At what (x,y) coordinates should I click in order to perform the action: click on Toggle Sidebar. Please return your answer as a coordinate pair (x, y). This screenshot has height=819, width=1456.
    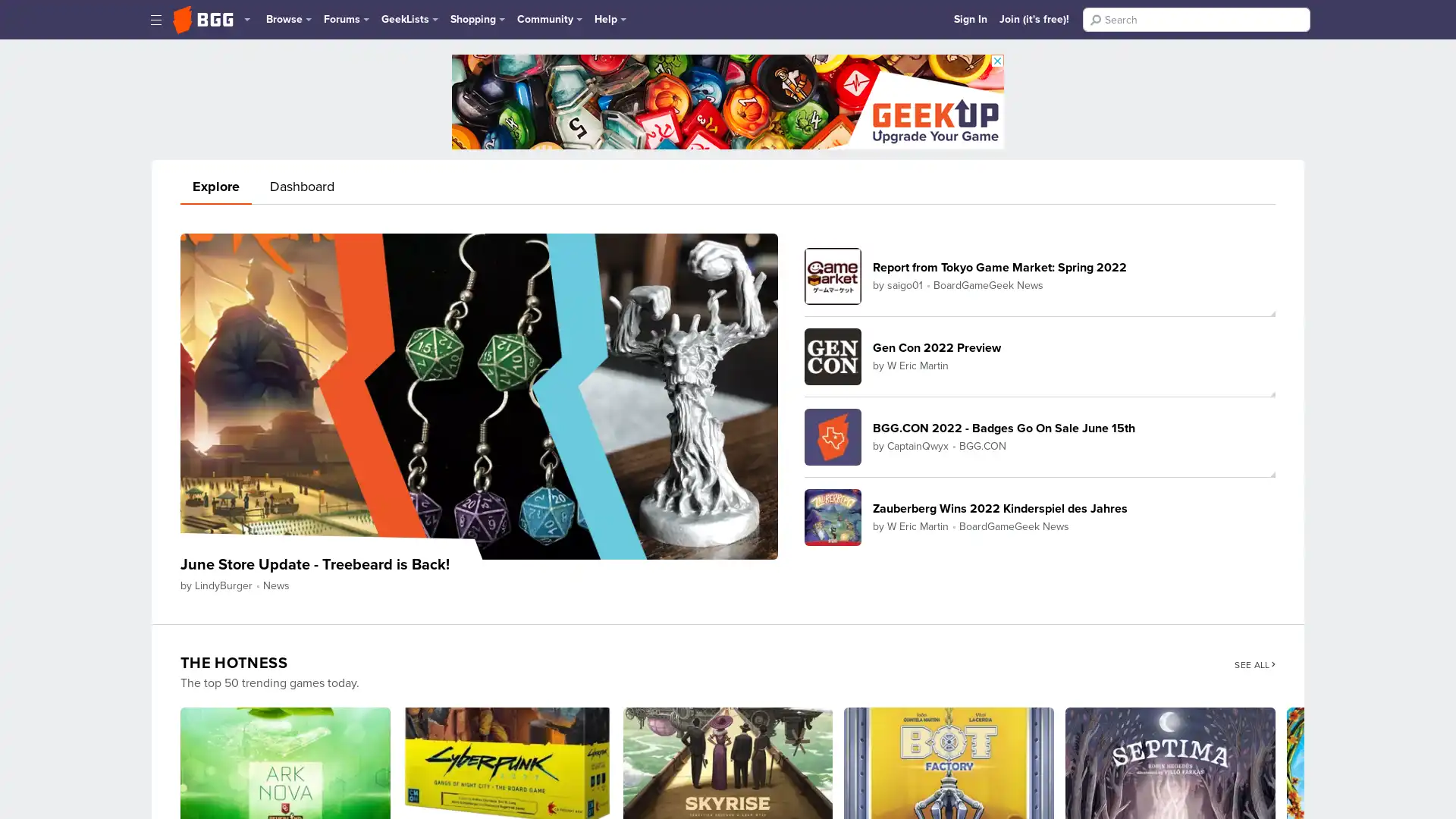
    Looking at the image, I should click on (156, 19).